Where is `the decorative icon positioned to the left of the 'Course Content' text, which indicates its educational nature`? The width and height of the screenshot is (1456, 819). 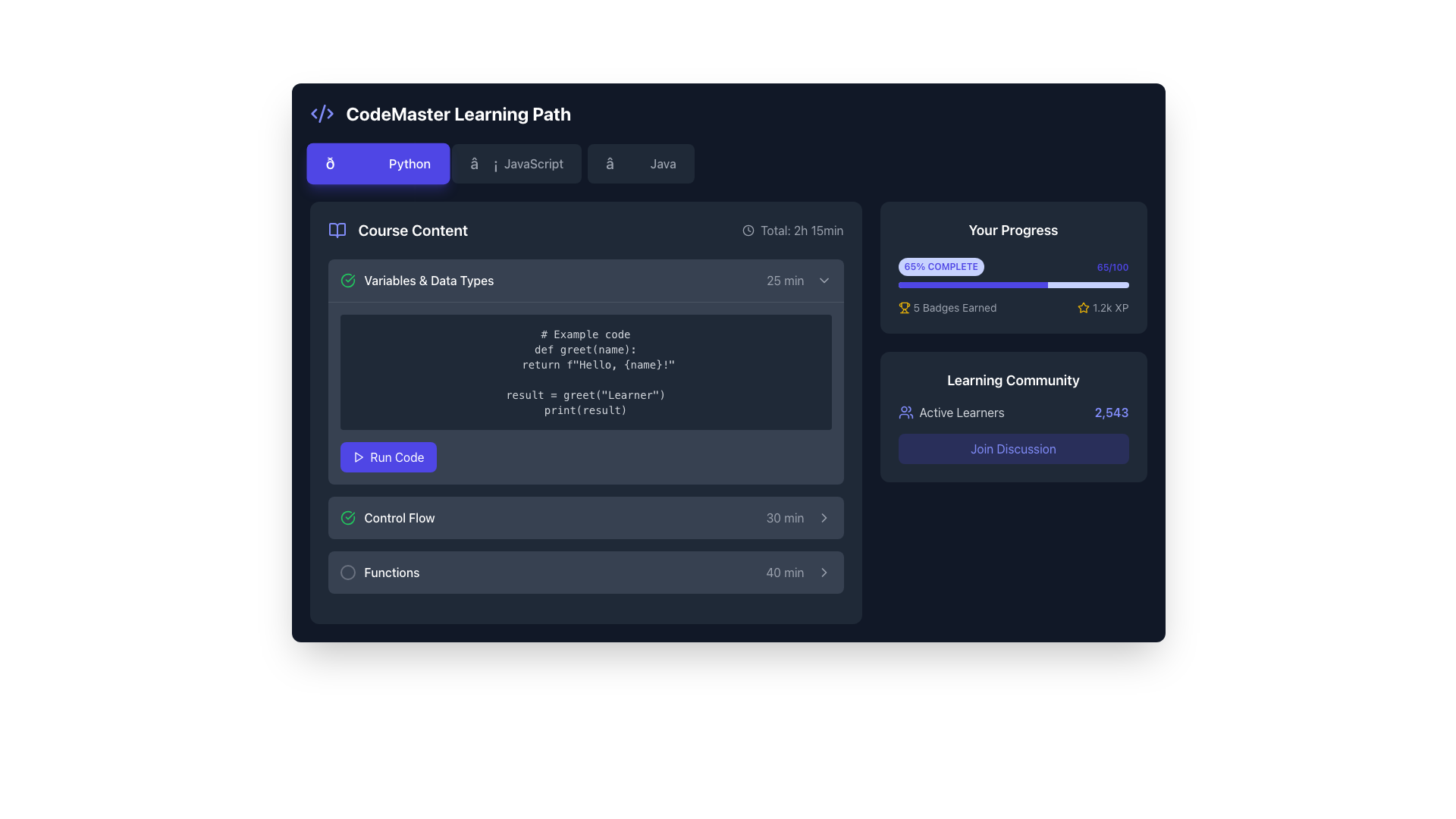 the decorative icon positioned to the left of the 'Course Content' text, which indicates its educational nature is located at coordinates (336, 231).